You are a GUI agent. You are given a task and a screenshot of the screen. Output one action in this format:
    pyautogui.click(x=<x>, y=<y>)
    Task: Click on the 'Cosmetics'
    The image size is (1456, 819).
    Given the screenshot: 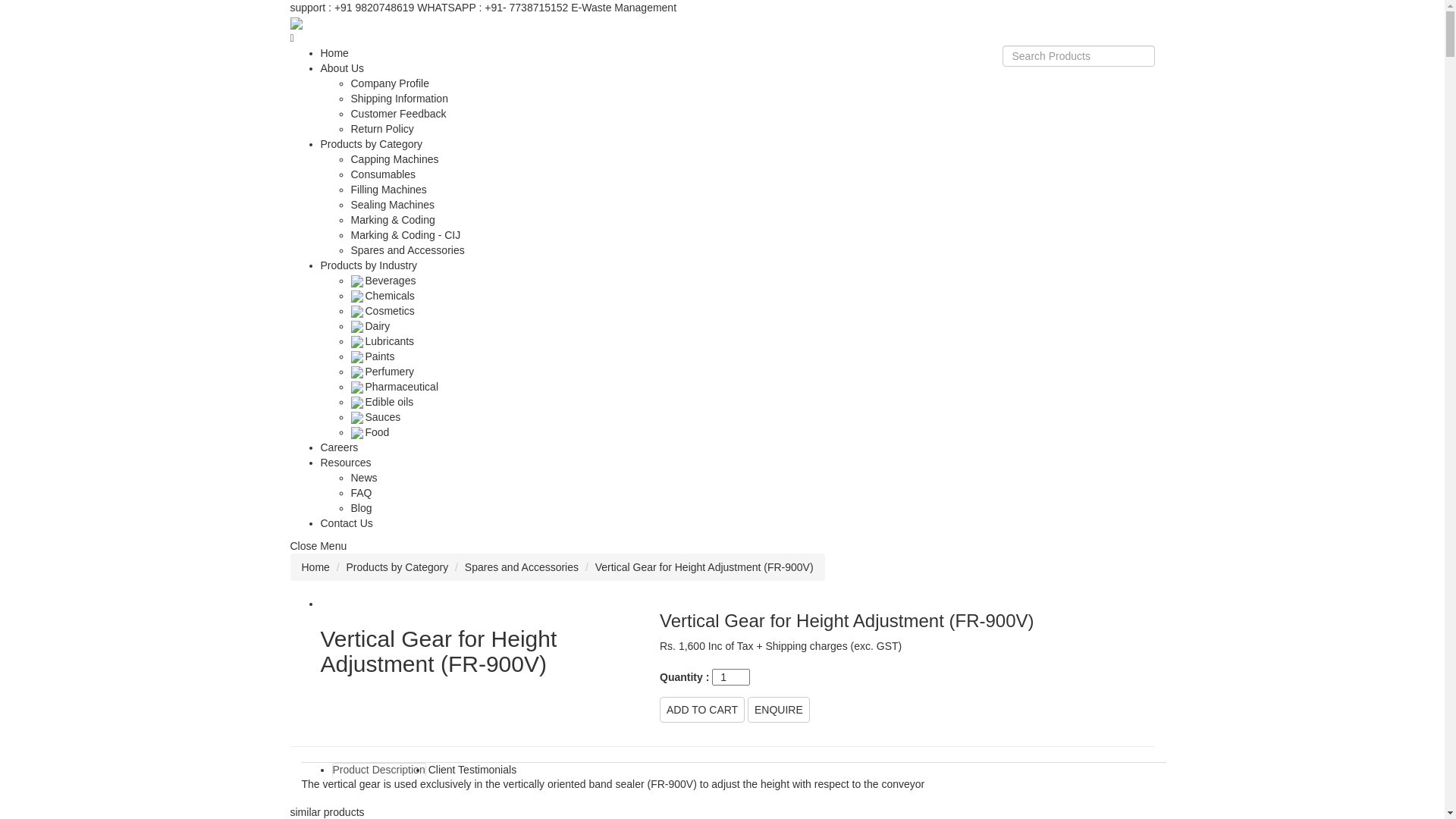 What is the action you would take?
    pyautogui.click(x=382, y=309)
    